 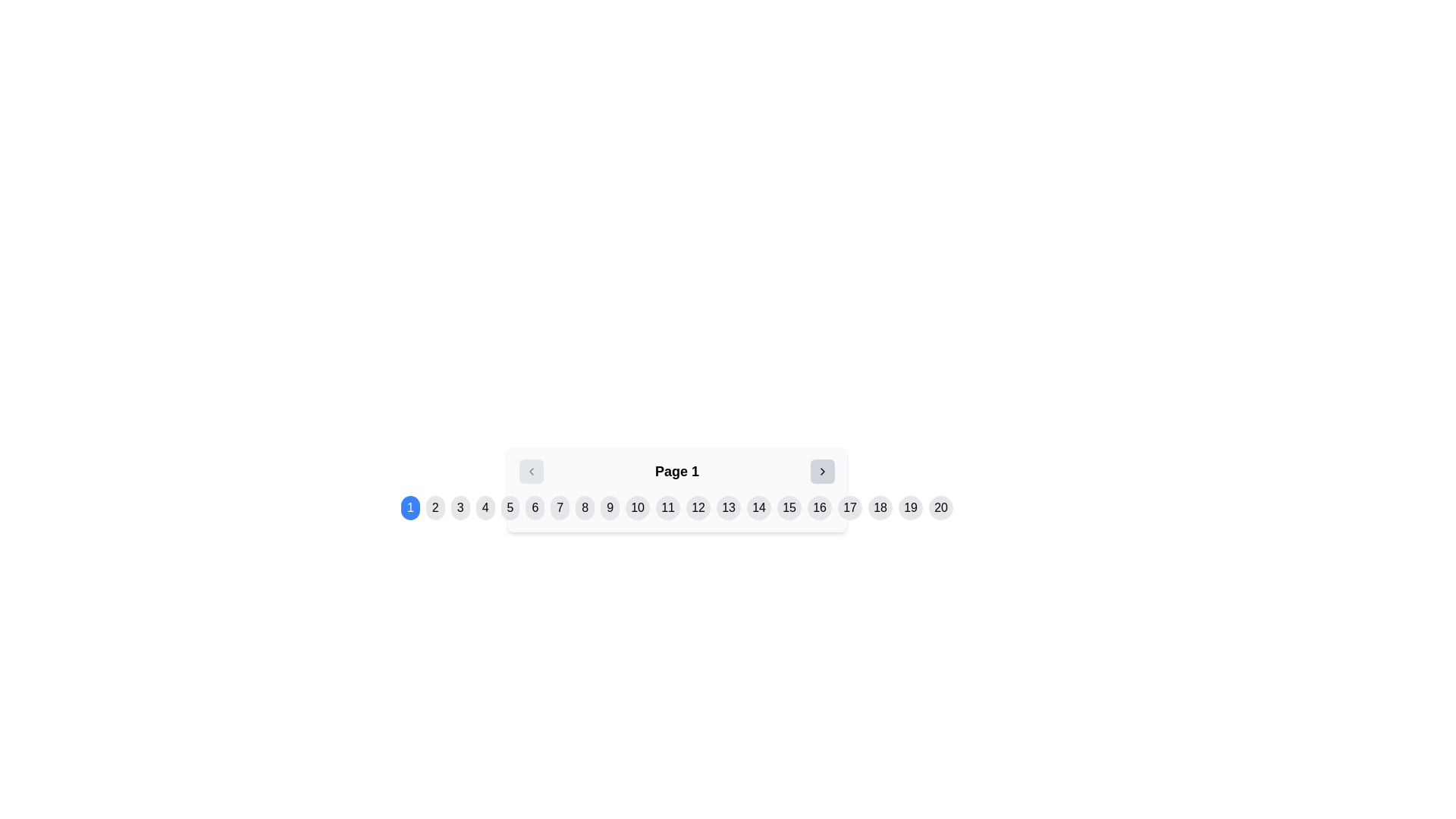 I want to click on the pagination button labeled '11' to provide interactive feedback, so click(x=676, y=508).